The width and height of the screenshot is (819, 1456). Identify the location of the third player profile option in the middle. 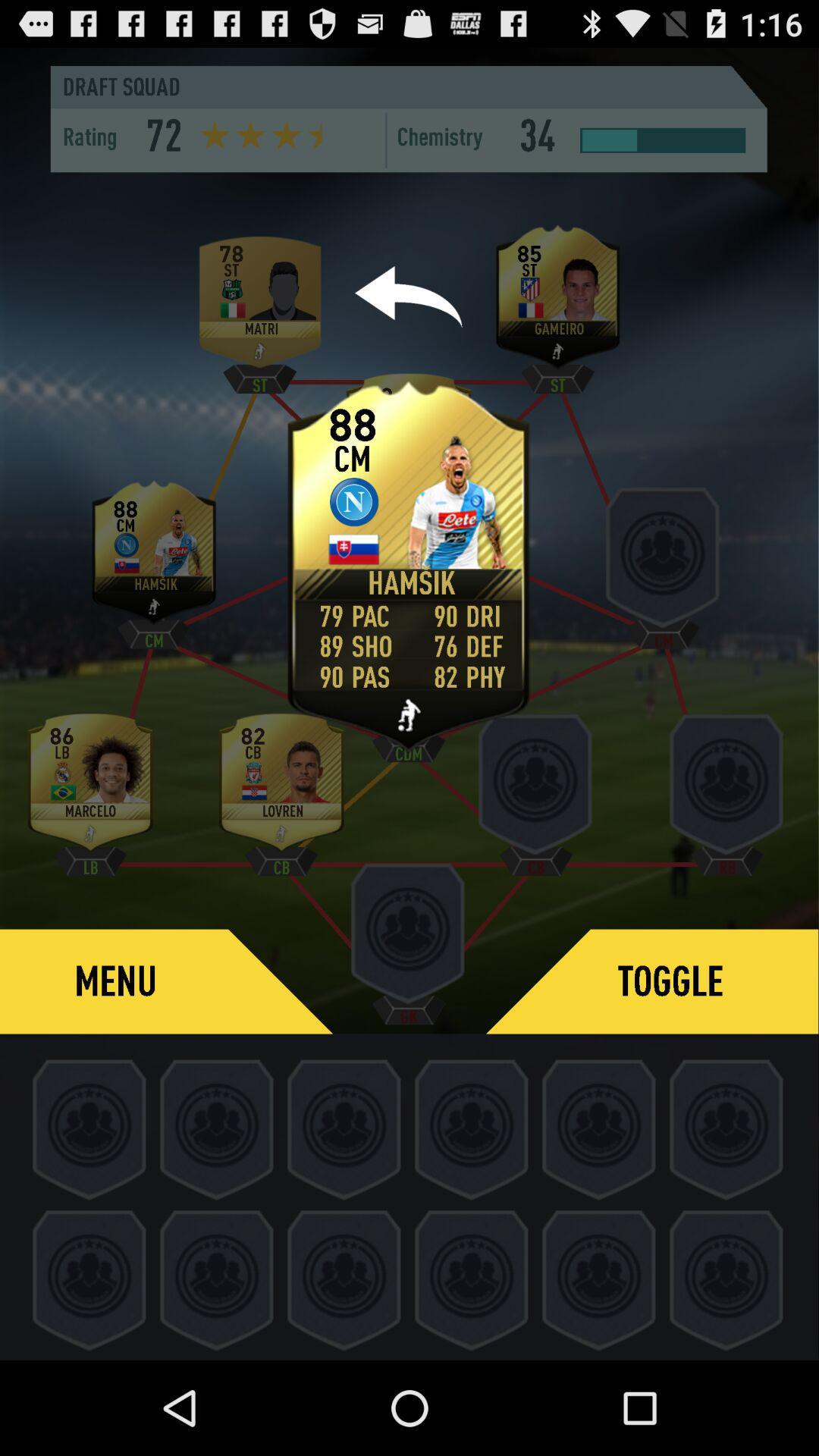
(663, 560).